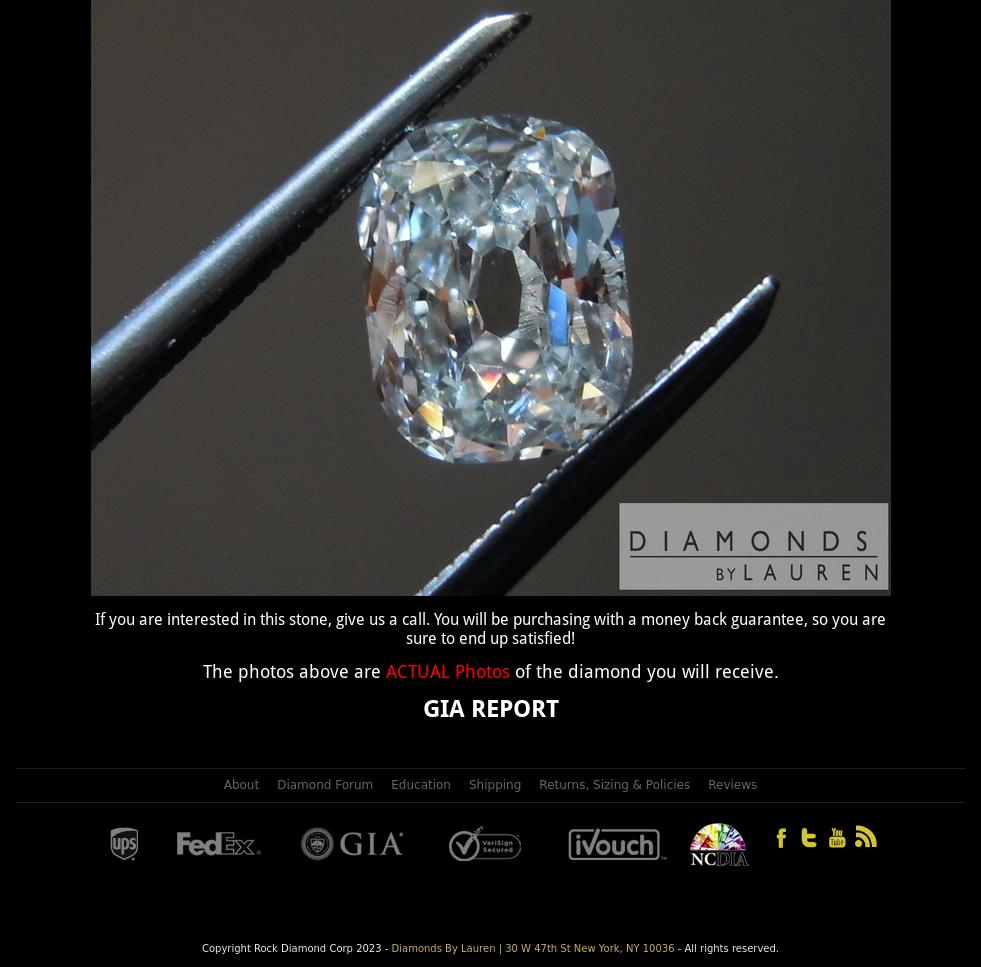  Describe the element at coordinates (292, 671) in the screenshot. I see `'The photos above are'` at that location.